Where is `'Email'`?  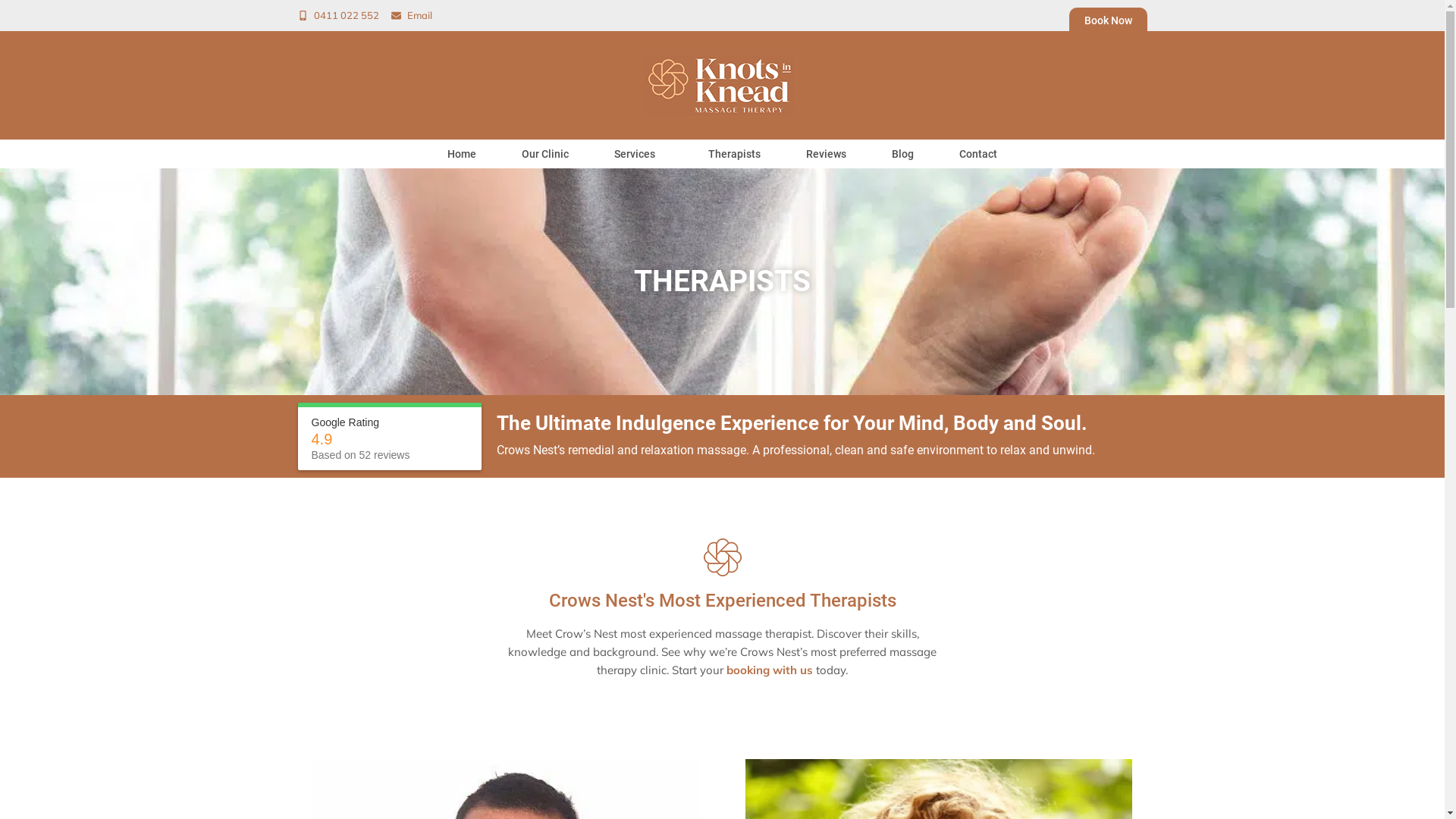 'Email' is located at coordinates (411, 15).